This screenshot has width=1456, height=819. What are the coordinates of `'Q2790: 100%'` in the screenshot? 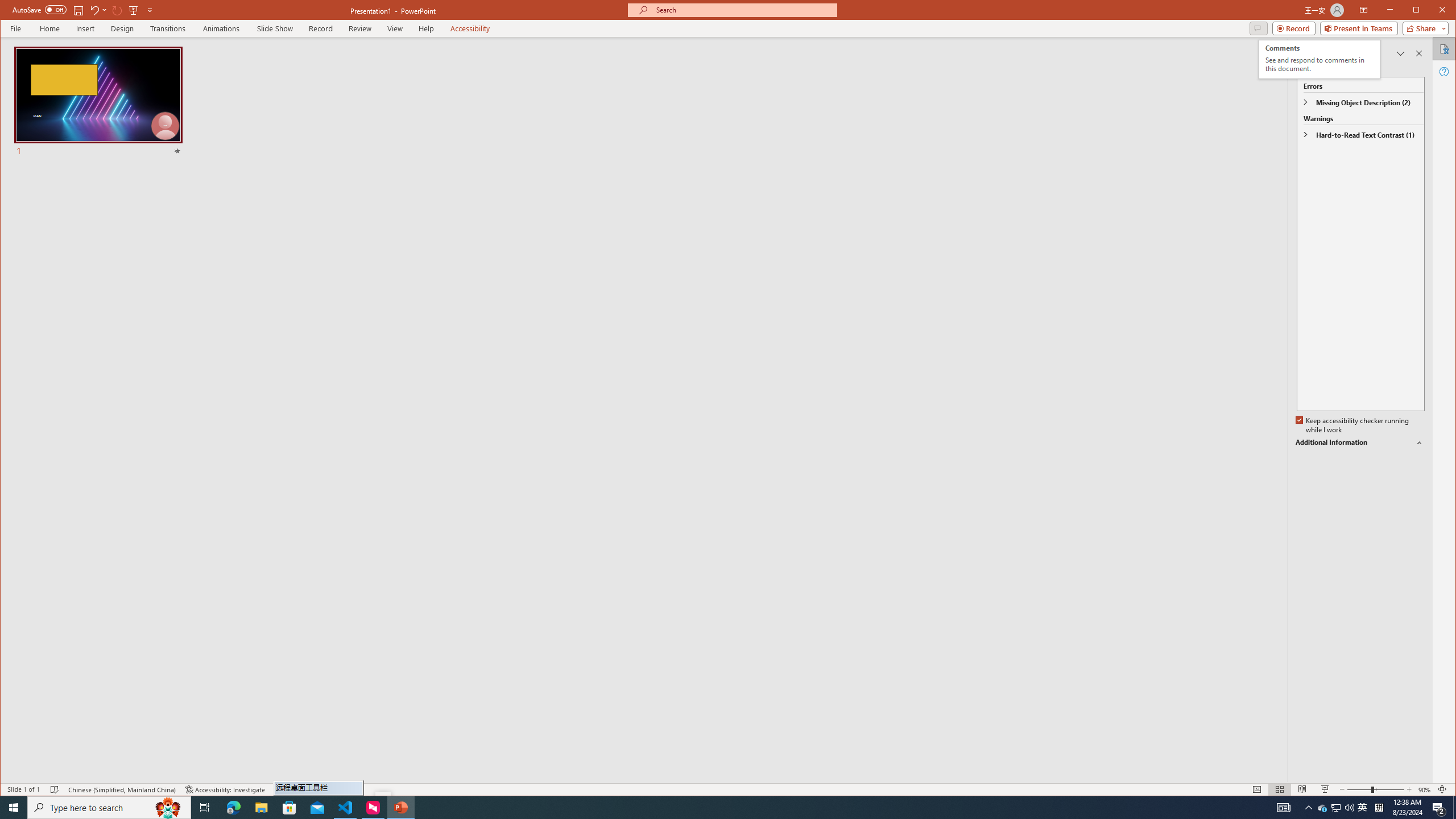 It's located at (1322, 806).